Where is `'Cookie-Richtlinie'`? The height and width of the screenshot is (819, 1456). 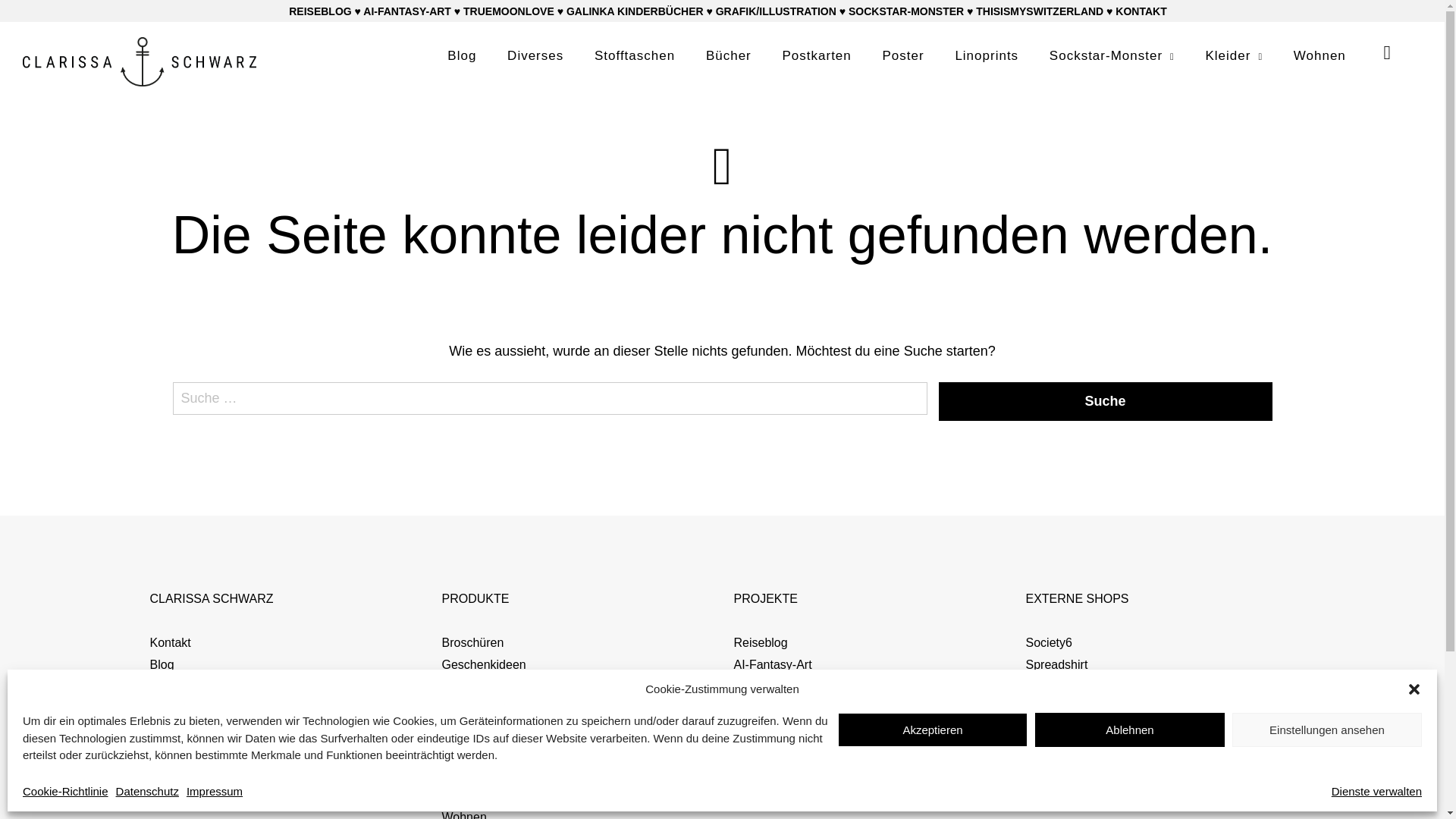
'Cookie-Richtlinie' is located at coordinates (22, 790).